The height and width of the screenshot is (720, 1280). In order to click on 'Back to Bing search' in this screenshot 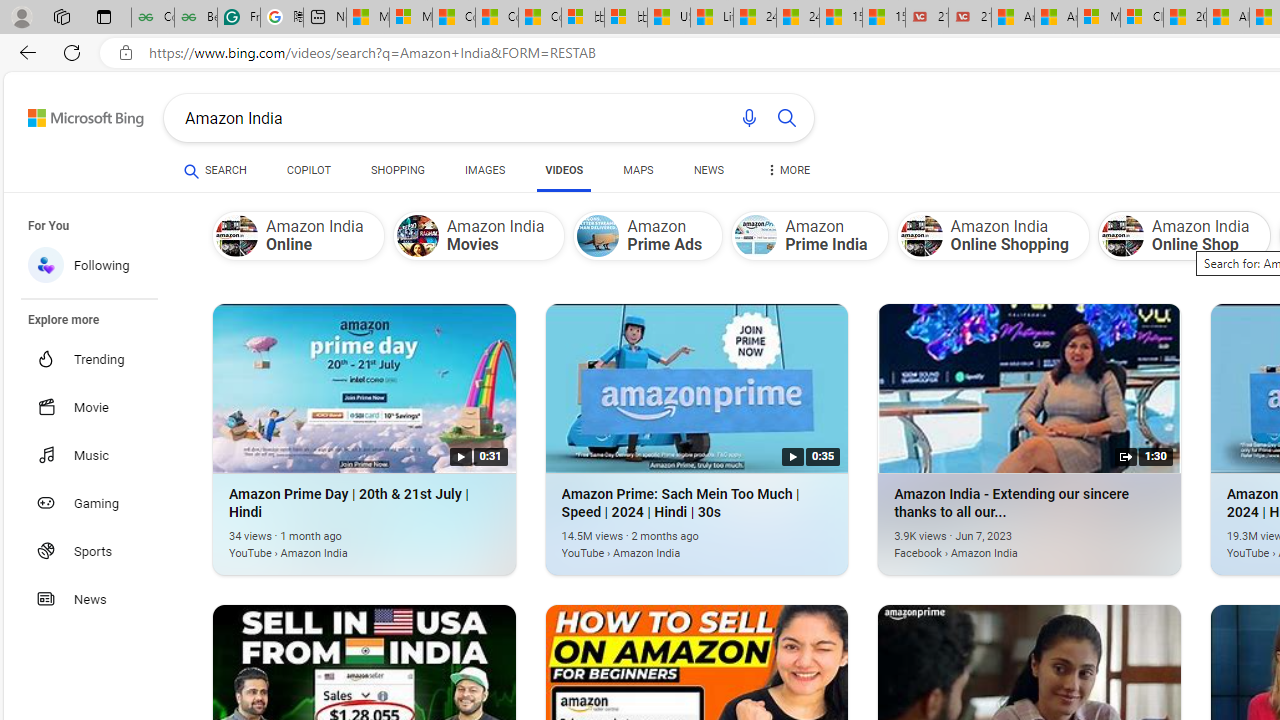, I will do `click(73, 114)`.